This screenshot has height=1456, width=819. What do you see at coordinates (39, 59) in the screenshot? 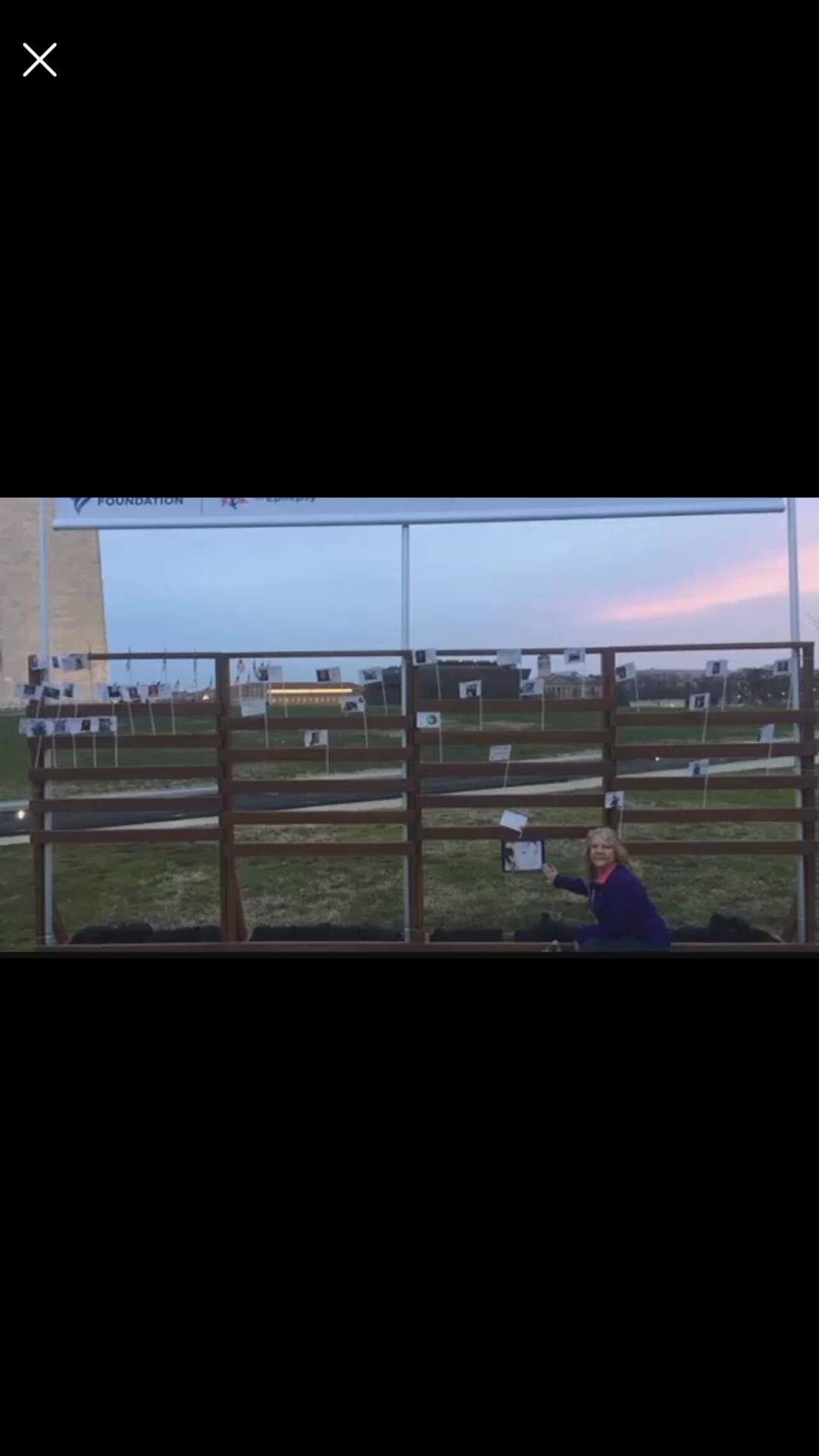
I see `the close icon` at bounding box center [39, 59].